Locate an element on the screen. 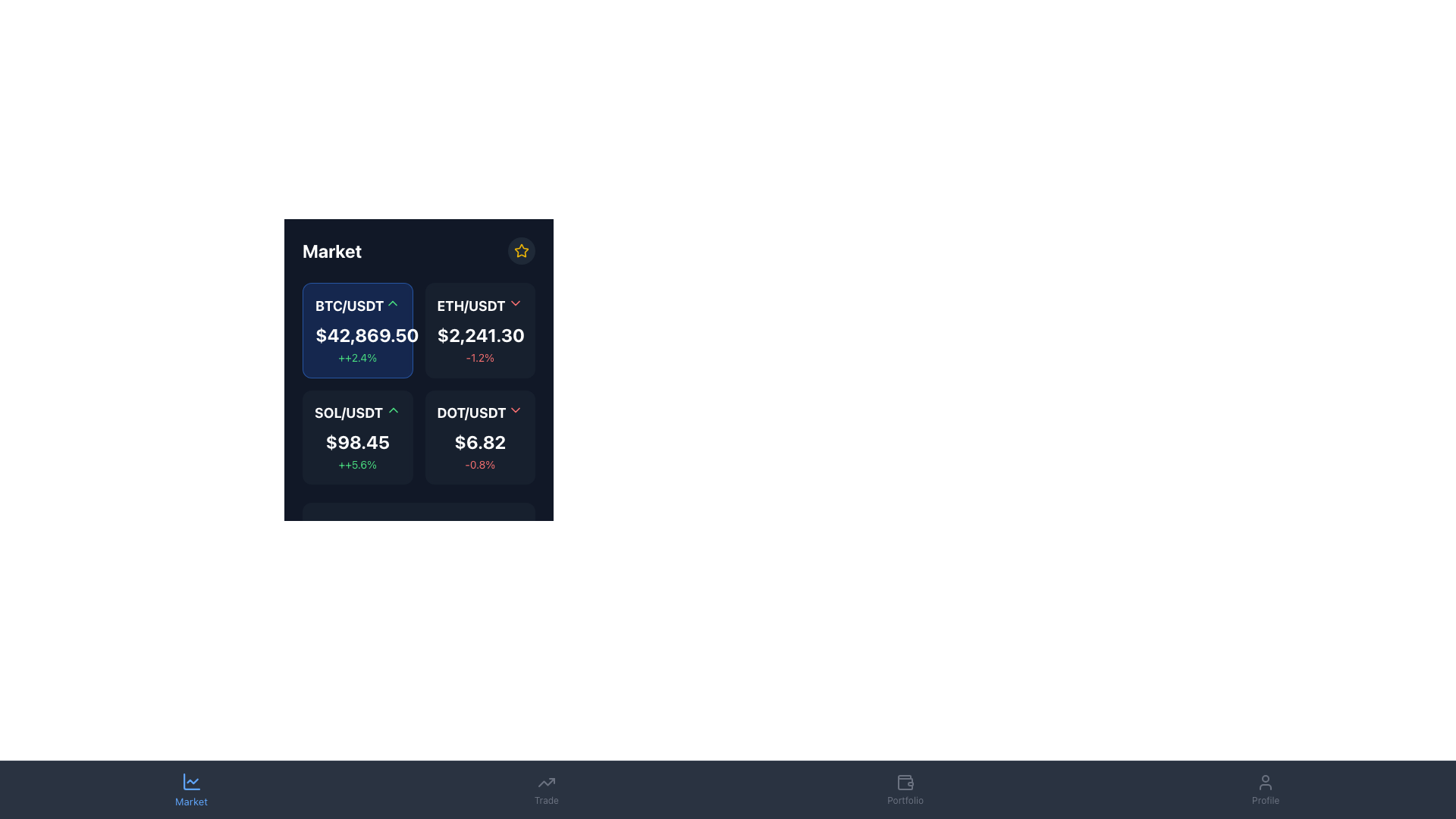  the button located in the top-right corner of the 'Market' section to observe a background color change is located at coordinates (521, 250).